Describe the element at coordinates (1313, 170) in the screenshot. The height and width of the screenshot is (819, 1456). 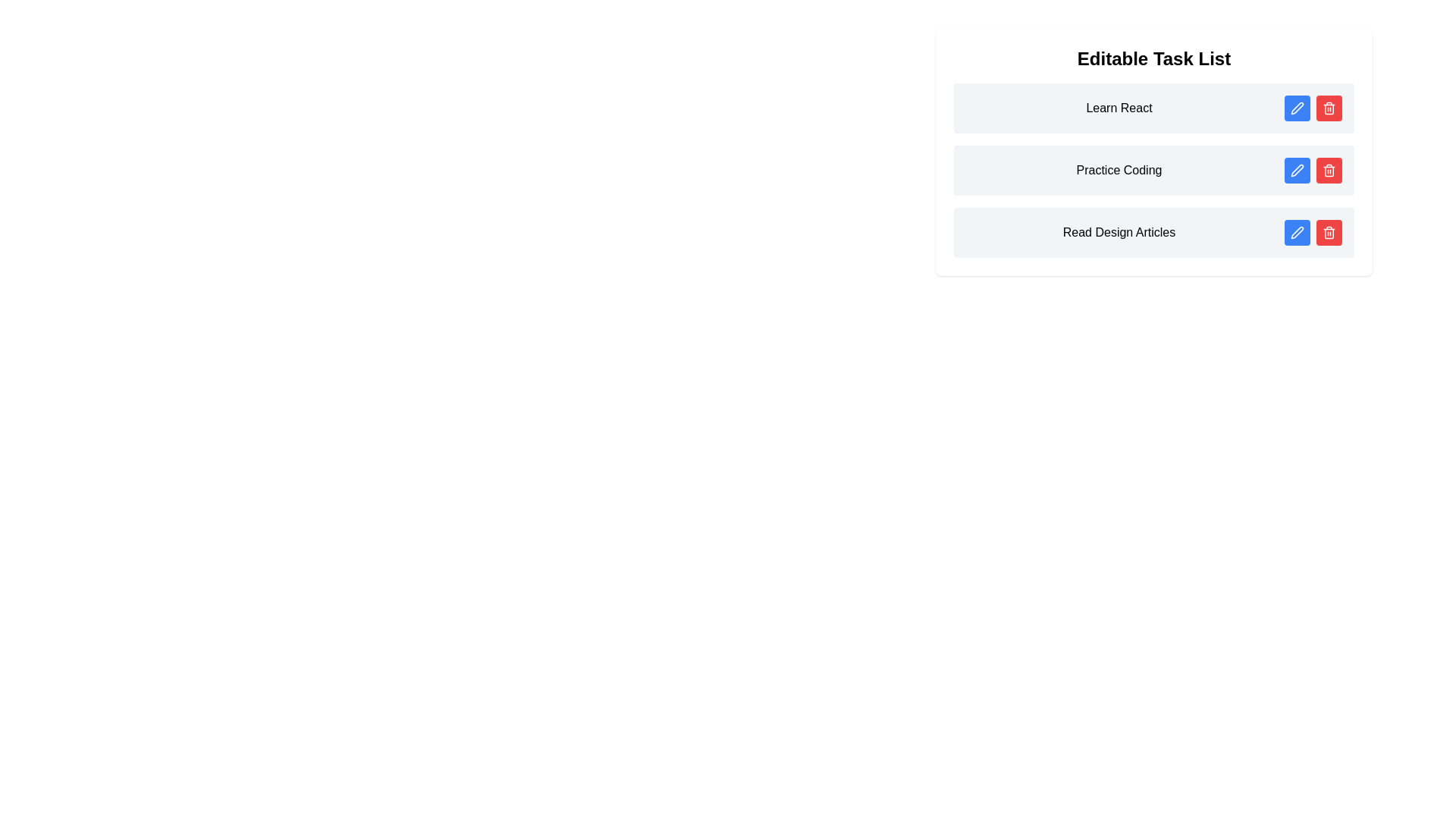
I see `the interactive buttons for the task 'Practice Coding', which include an edit button (blue) and a delete button (red)` at that location.